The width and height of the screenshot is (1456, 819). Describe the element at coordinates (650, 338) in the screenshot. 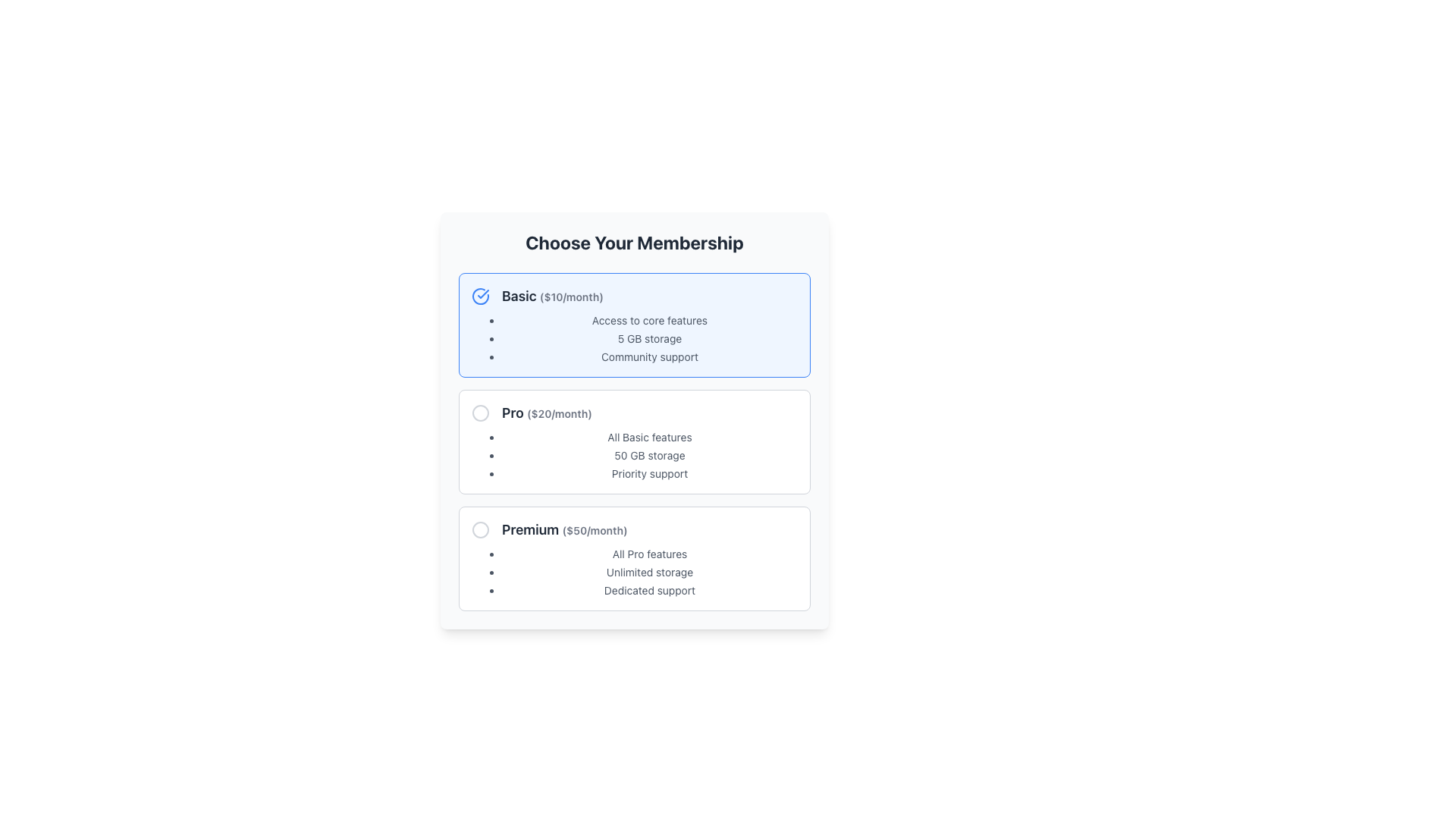

I see `text label containing '5 GB storage', which is styled in a small, gray font and positioned between 'Access to core features' and 'Community support' in the 'Basic ($10/month)' subscription card` at that location.